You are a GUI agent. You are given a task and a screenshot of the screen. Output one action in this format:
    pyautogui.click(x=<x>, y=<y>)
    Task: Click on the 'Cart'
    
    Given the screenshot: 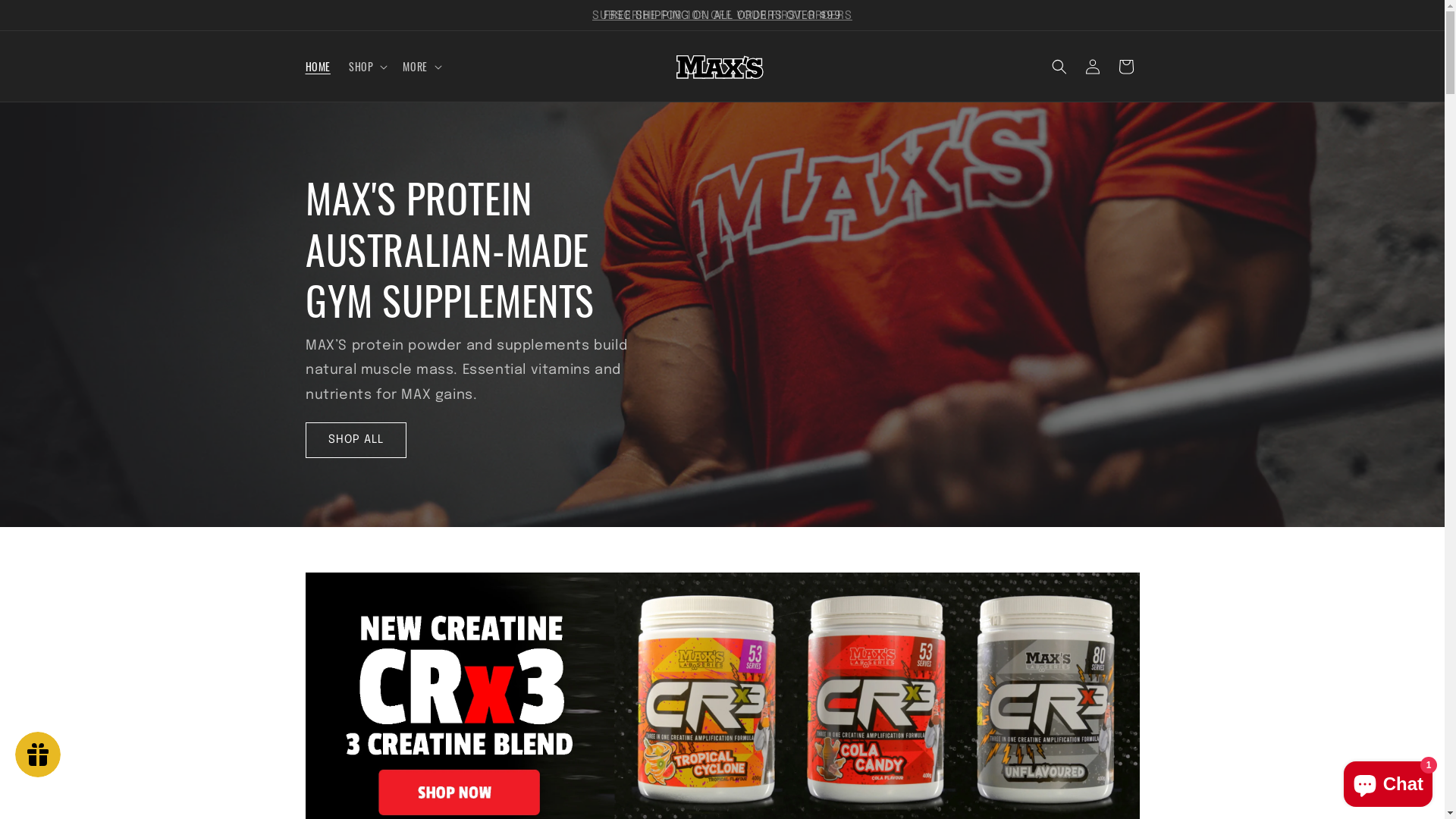 What is the action you would take?
    pyautogui.click(x=1125, y=66)
    